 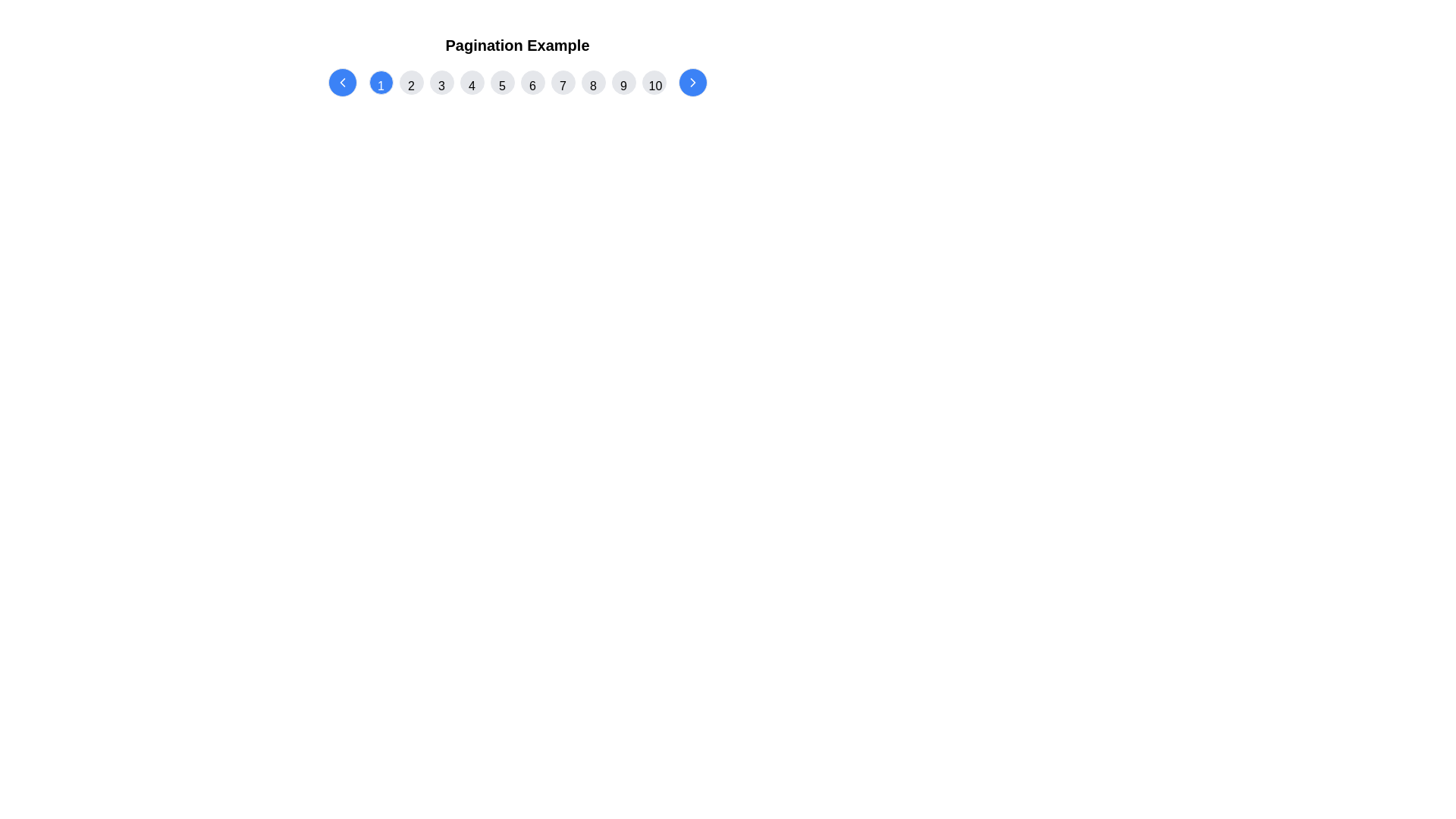 I want to click on the circular button with a light gray background and the number '7' in black at its center, so click(x=562, y=82).